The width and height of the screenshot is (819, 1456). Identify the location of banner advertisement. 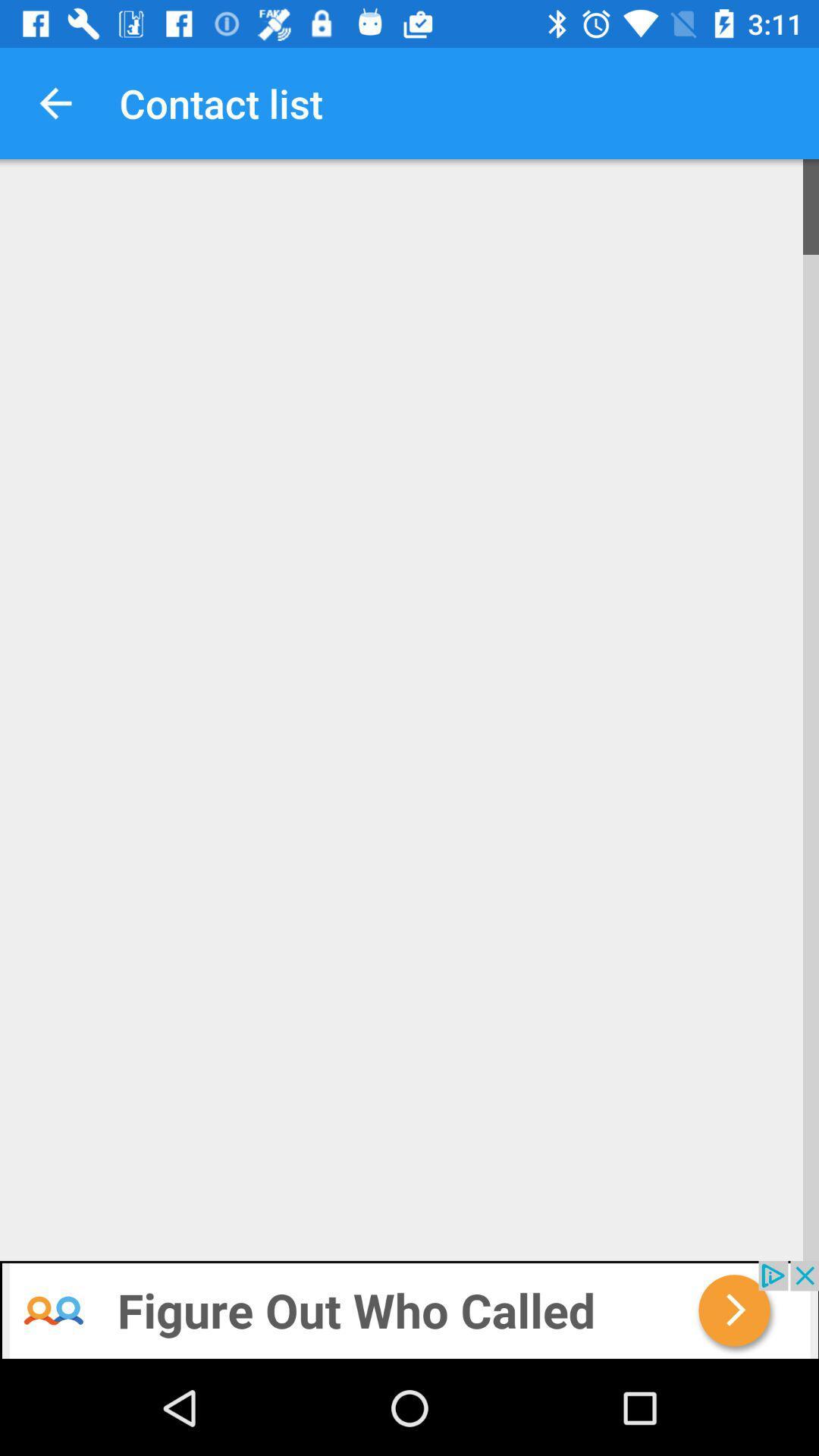
(409, 1310).